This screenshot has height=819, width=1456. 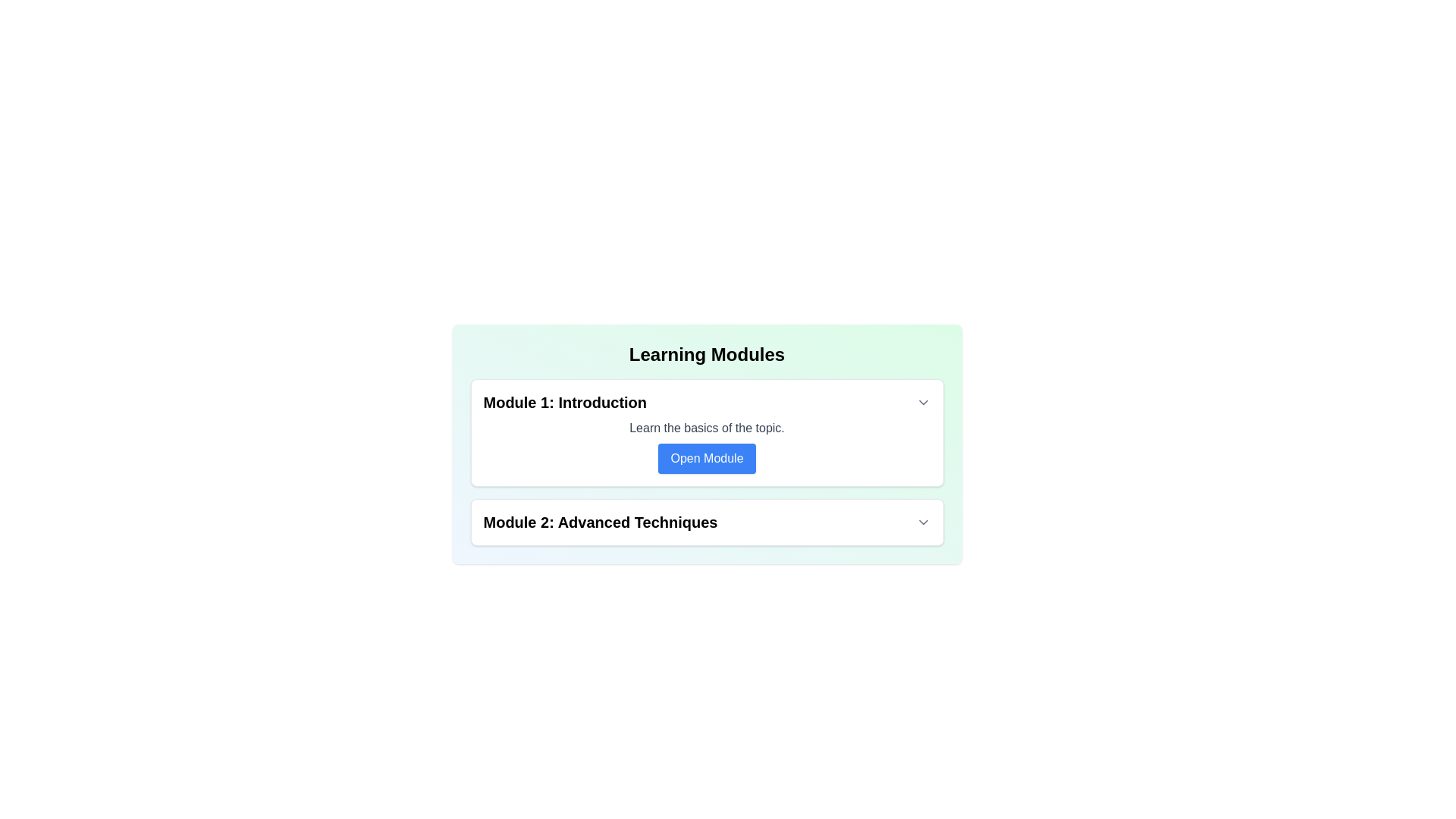 What do you see at coordinates (706, 458) in the screenshot?
I see `the button with rounded edges, blue background, and white text reading 'Open Module' located below the 'Learn the basics of the topic' text in the 'Module 1: Introduction' section` at bounding box center [706, 458].